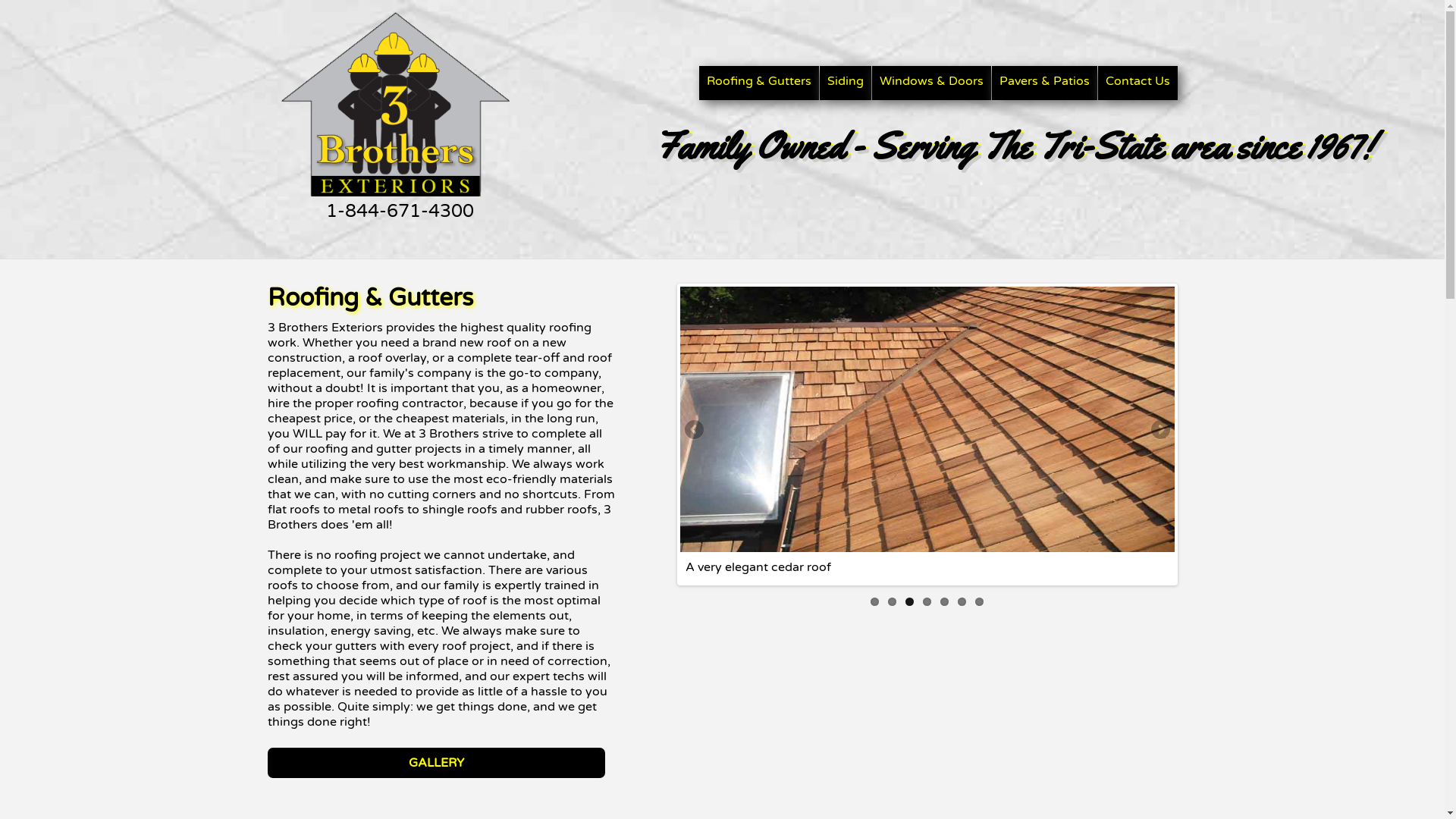  What do you see at coordinates (979, 601) in the screenshot?
I see `'7'` at bounding box center [979, 601].